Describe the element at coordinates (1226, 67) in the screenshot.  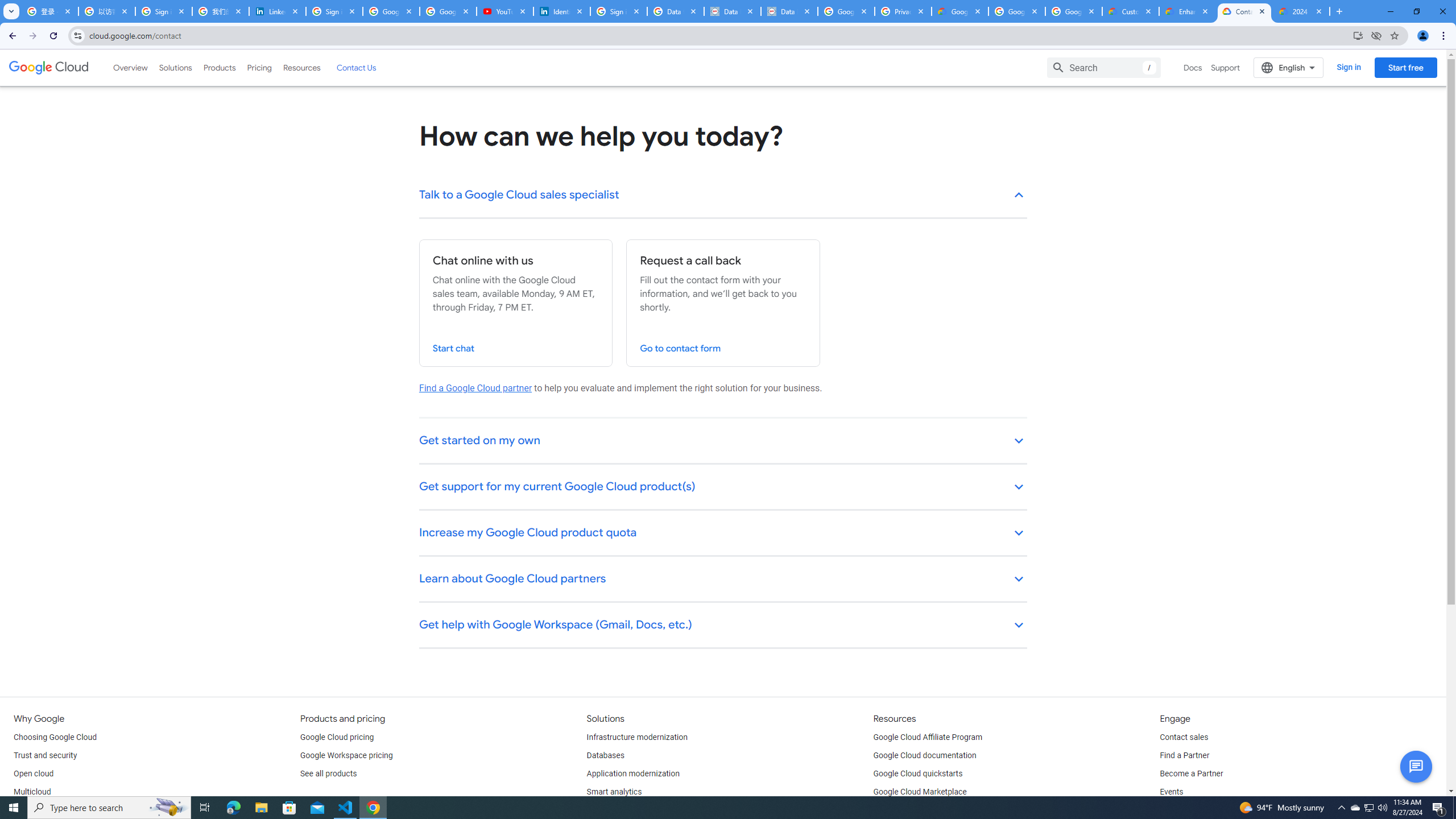
I see `'Support'` at that location.